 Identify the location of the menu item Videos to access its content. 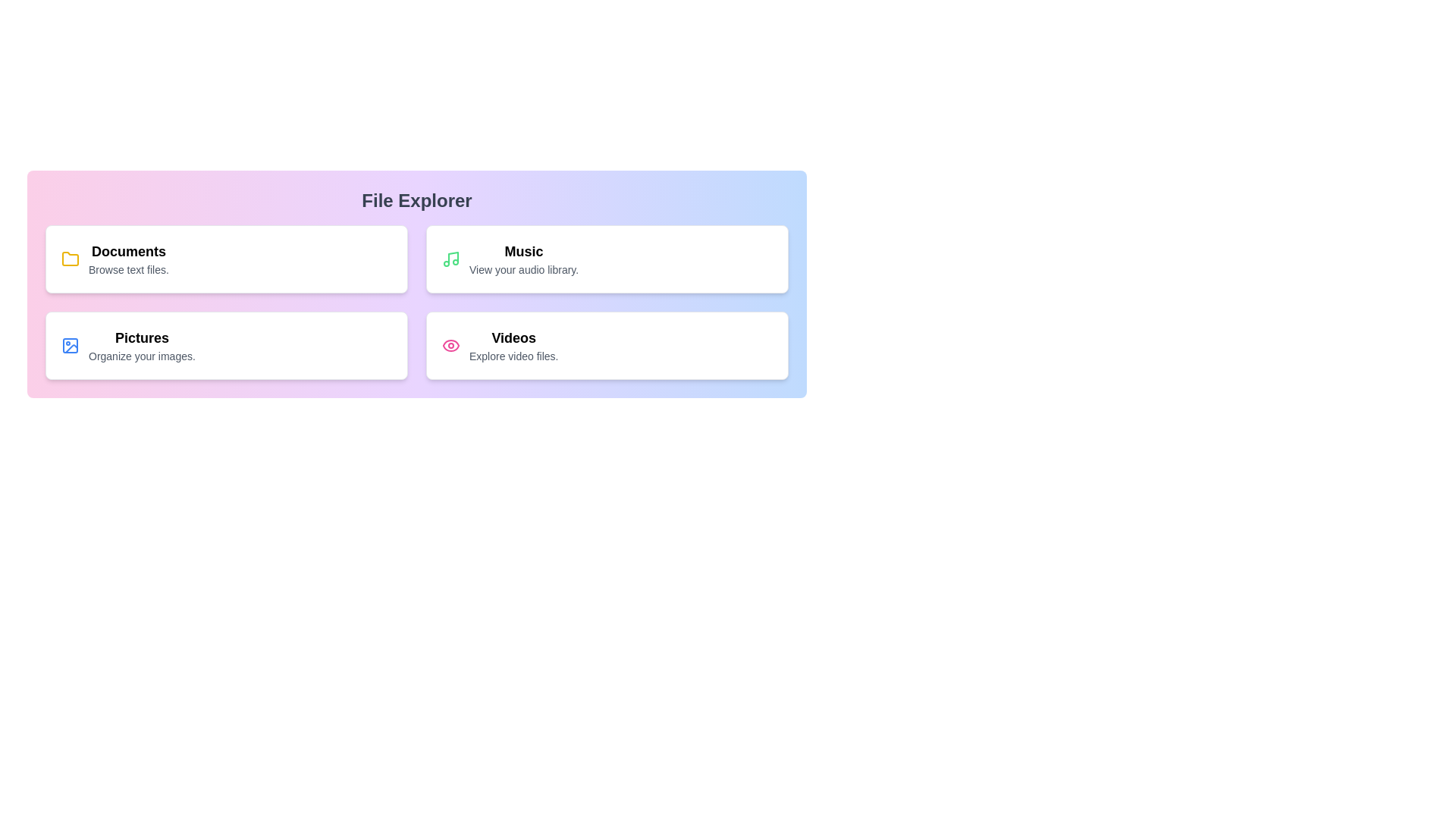
(607, 345).